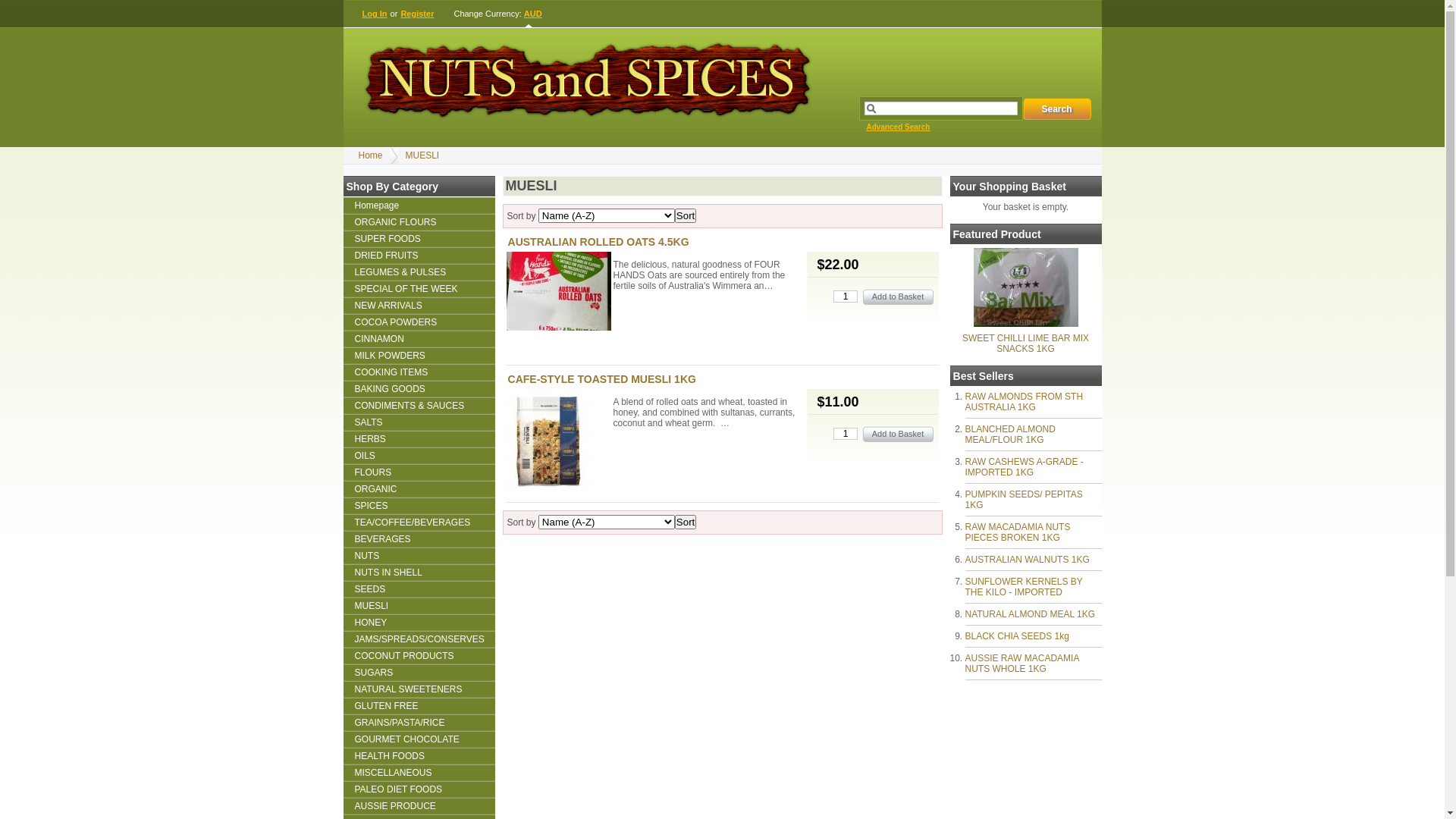 Image resolution: width=1456 pixels, height=819 pixels. I want to click on 'BLACK CHIA SEEDS 1kg', so click(1016, 636).